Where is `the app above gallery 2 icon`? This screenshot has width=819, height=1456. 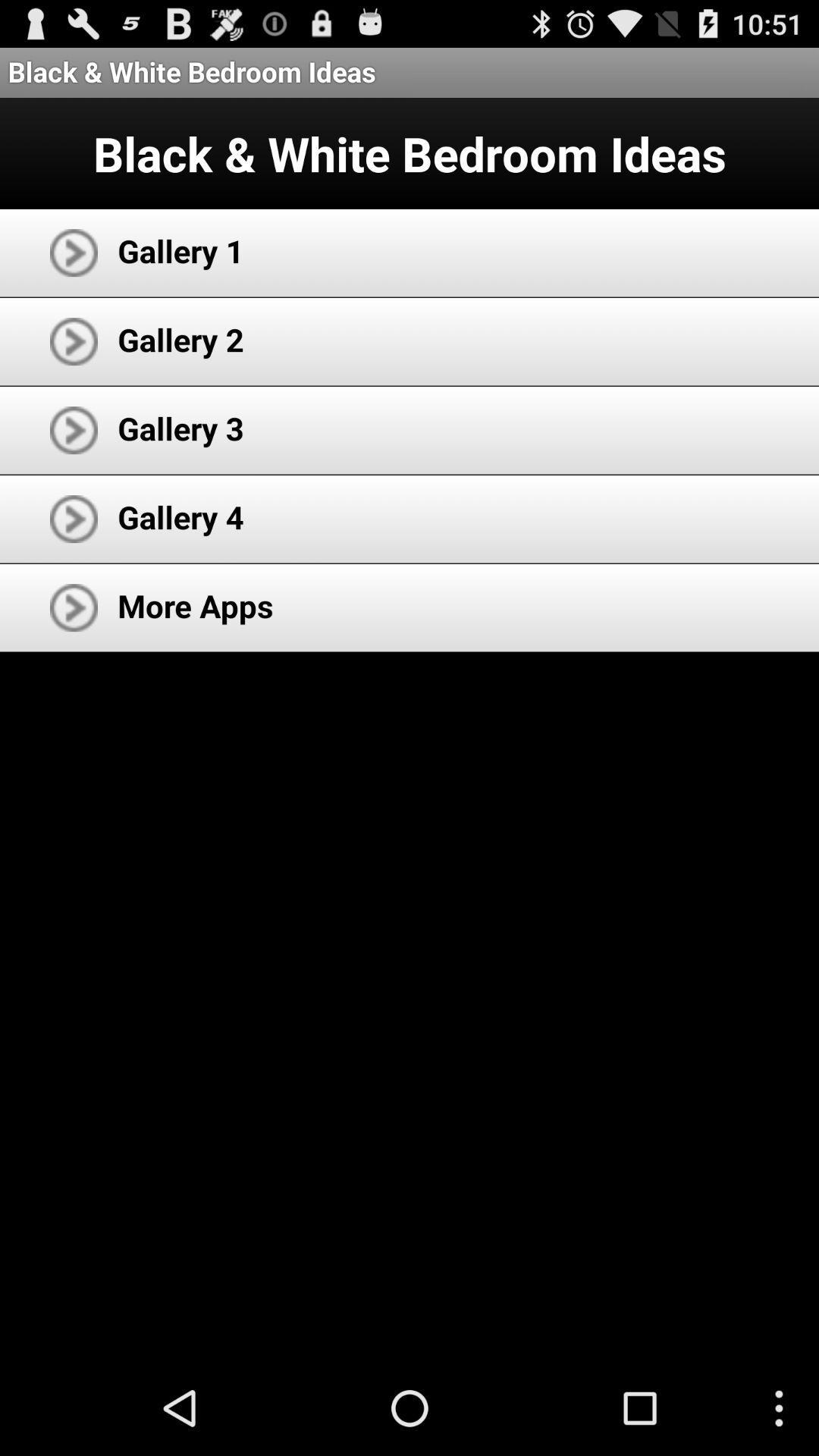
the app above gallery 2 icon is located at coordinates (180, 250).